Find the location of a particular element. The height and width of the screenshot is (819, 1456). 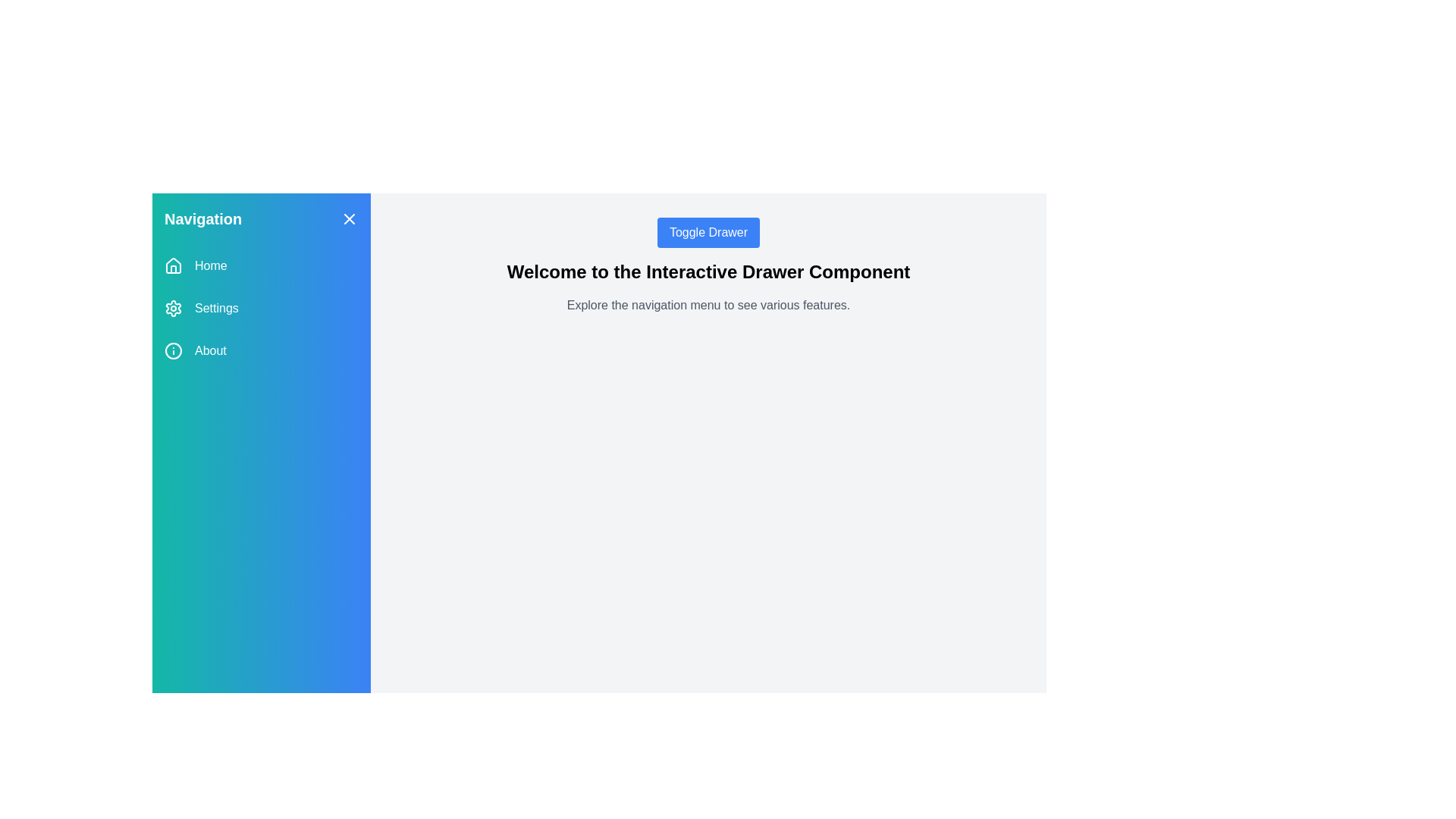

the navigation item Home to navigate to the corresponding section is located at coordinates (262, 265).